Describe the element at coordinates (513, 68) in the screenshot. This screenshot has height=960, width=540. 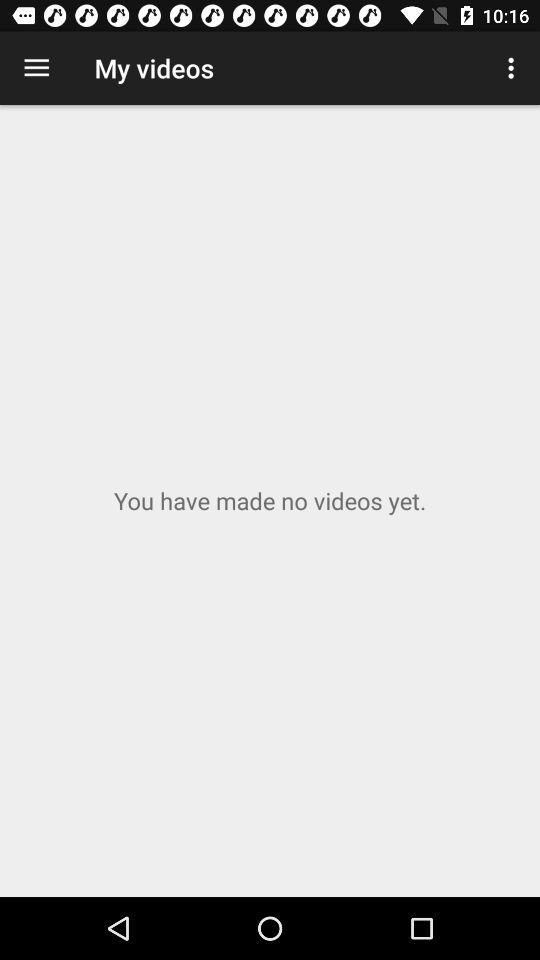
I see `icon at the top right corner` at that location.